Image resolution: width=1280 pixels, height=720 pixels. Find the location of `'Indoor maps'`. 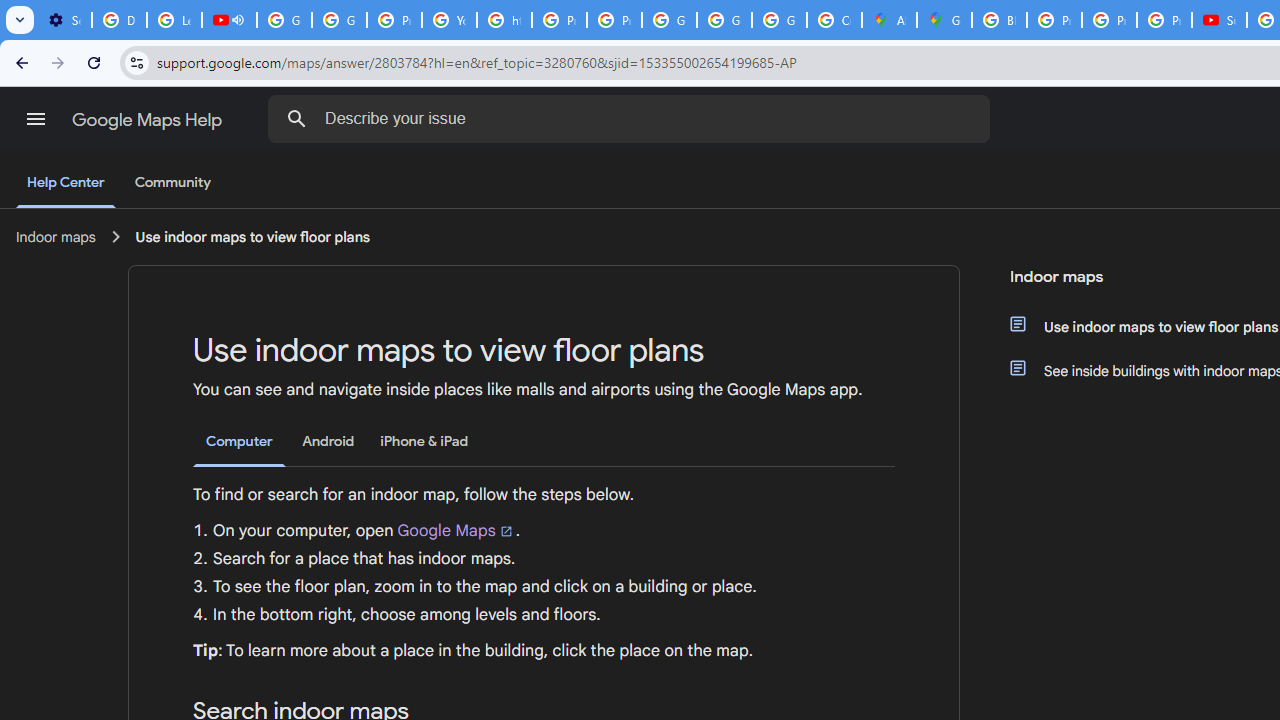

'Indoor maps' is located at coordinates (55, 236).